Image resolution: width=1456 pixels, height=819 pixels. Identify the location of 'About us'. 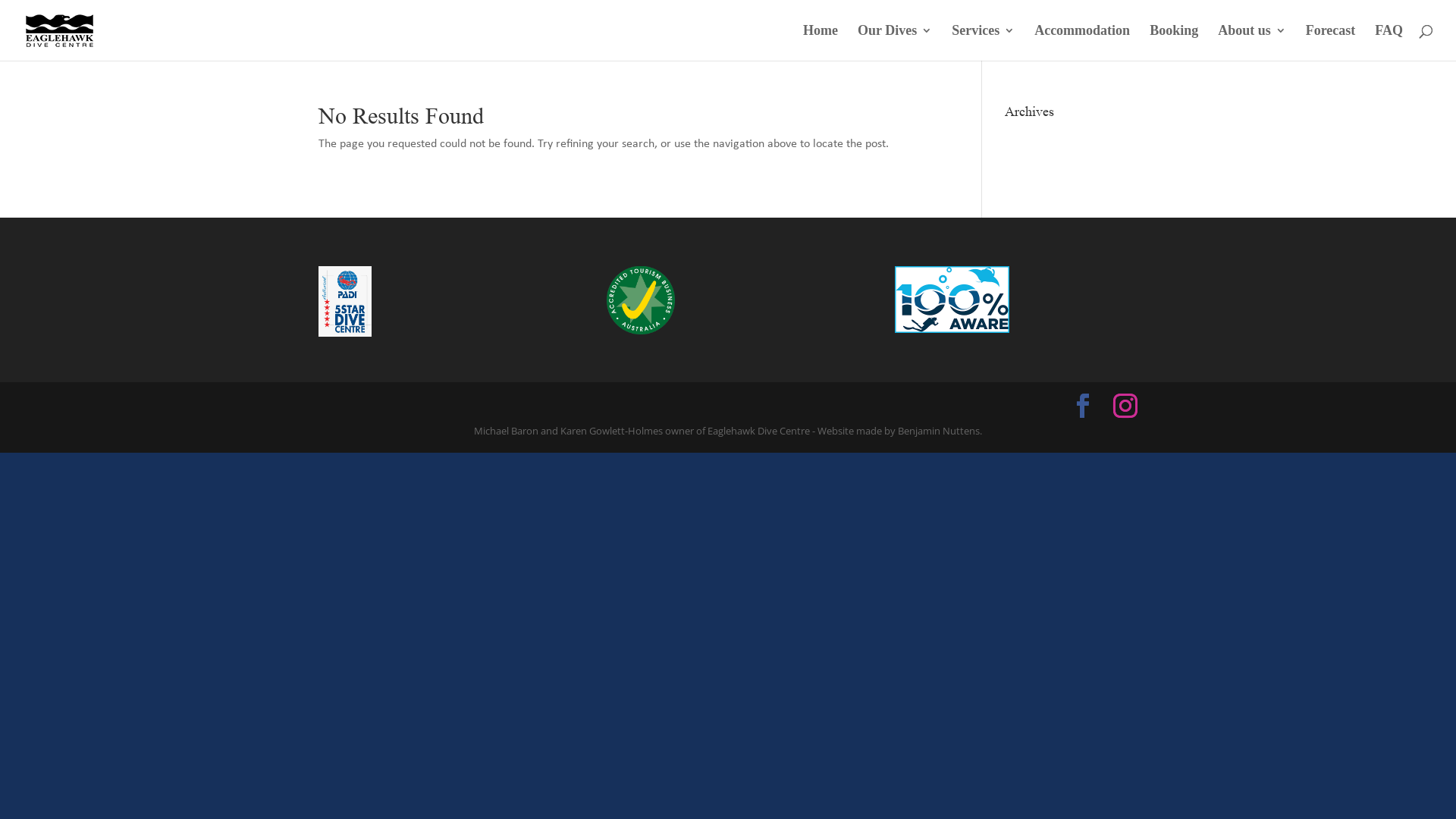
(1252, 42).